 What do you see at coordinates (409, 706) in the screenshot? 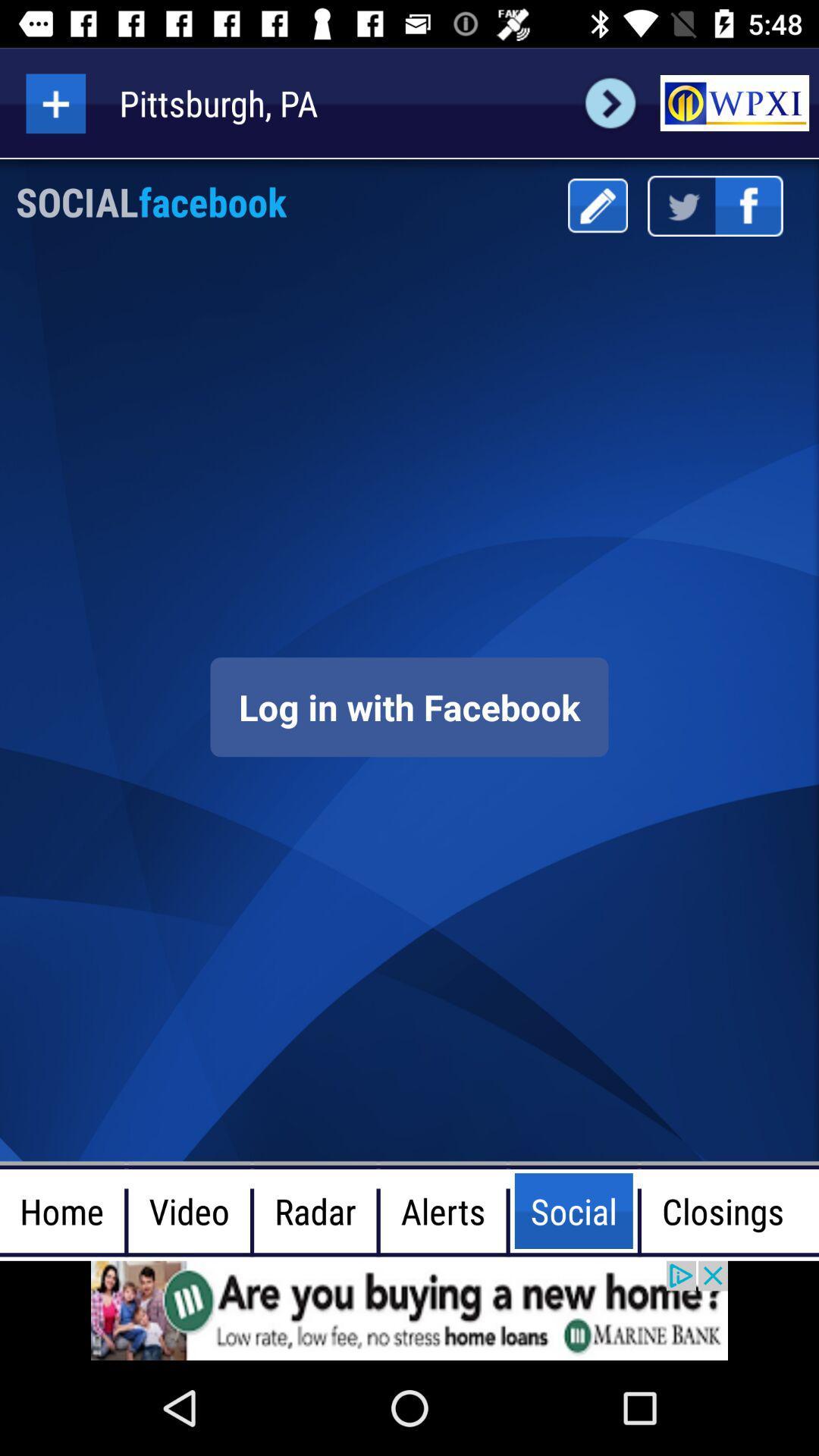
I see `screen page` at bounding box center [409, 706].